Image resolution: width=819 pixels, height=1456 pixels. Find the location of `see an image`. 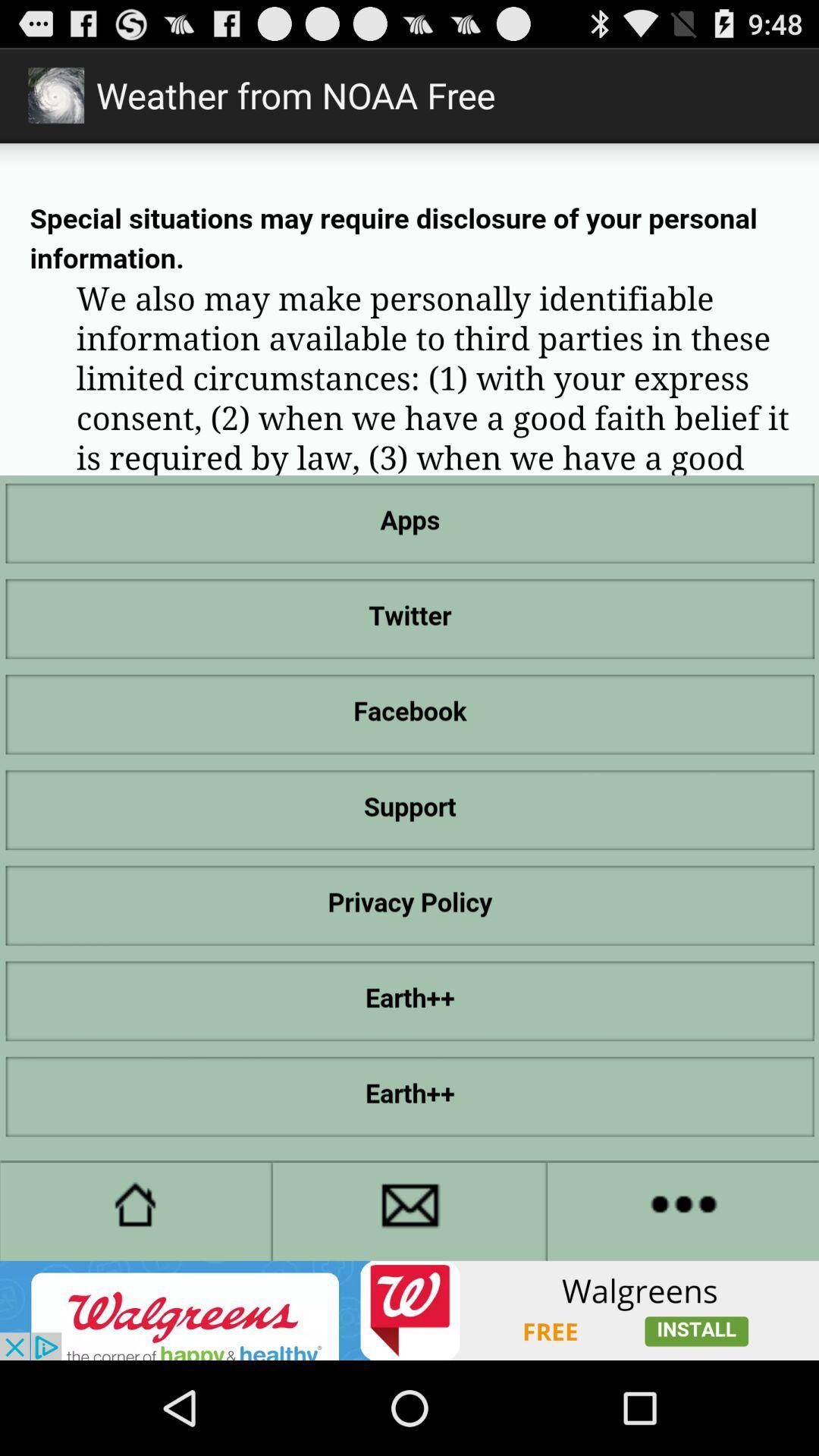

see an image is located at coordinates (409, 1310).